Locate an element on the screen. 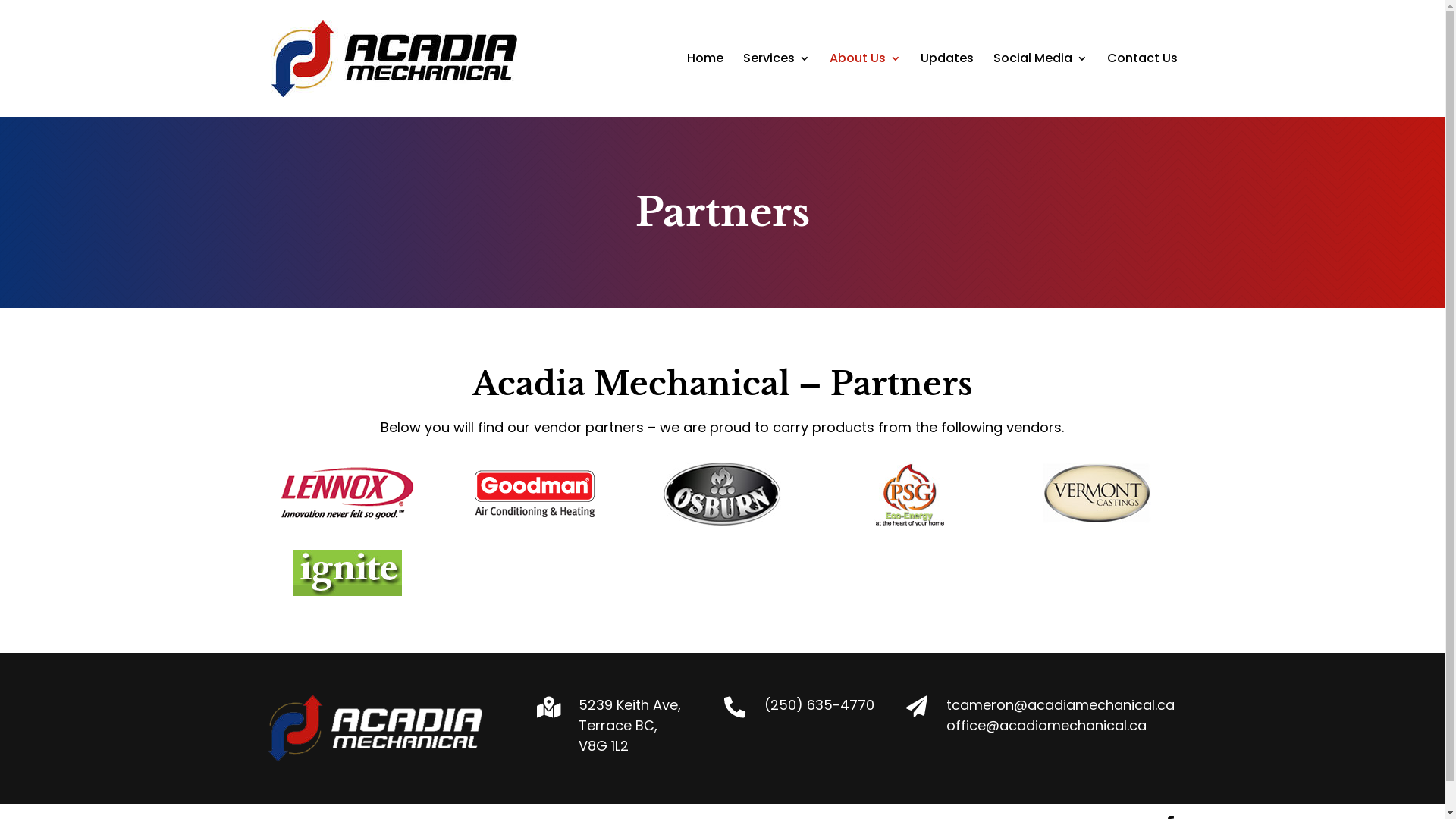  'lennoxLogo' is located at coordinates (281, 494).